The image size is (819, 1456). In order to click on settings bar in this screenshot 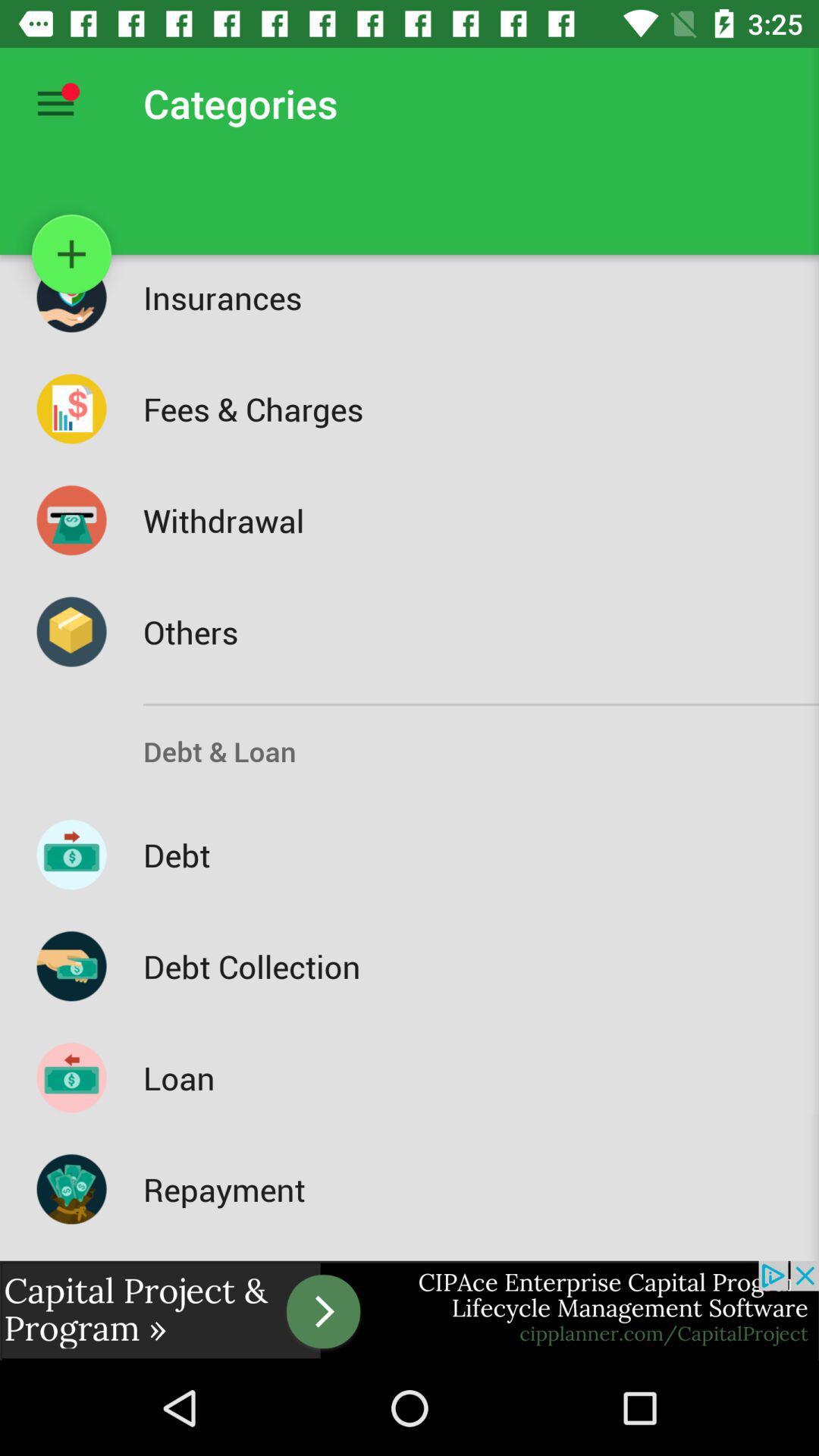, I will do `click(55, 102)`.